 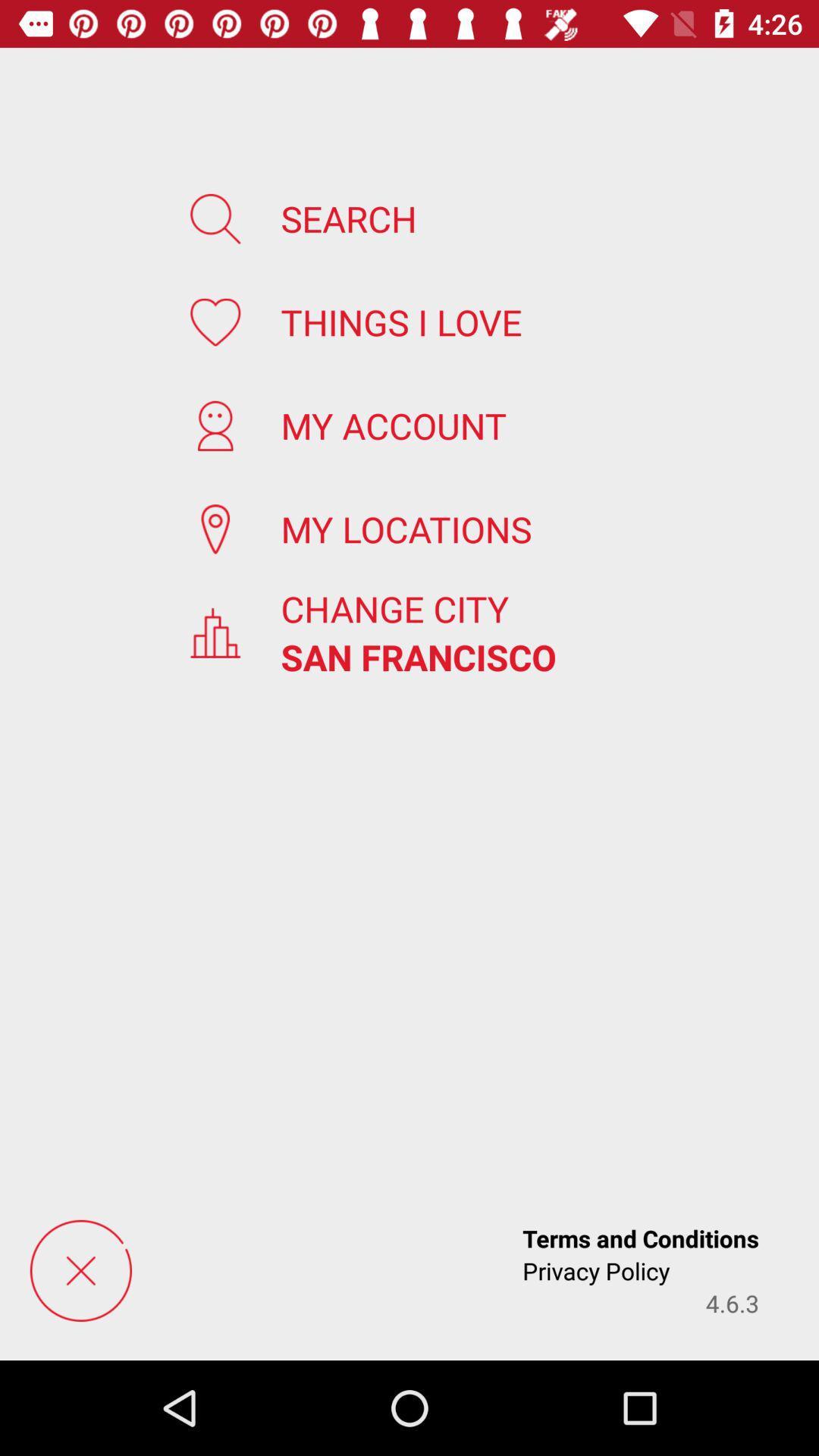 What do you see at coordinates (595, 1270) in the screenshot?
I see `app next to 4.6.3 icon` at bounding box center [595, 1270].